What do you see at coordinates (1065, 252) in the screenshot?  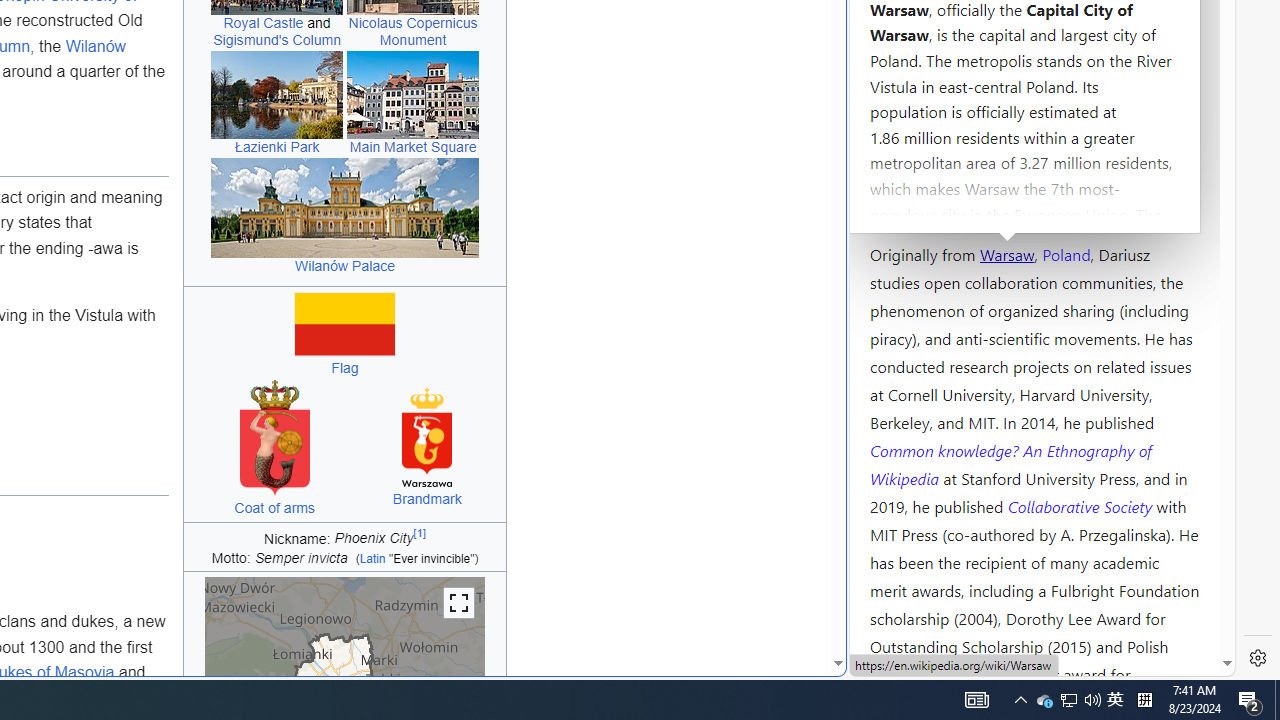 I see `'Poland'` at bounding box center [1065, 252].